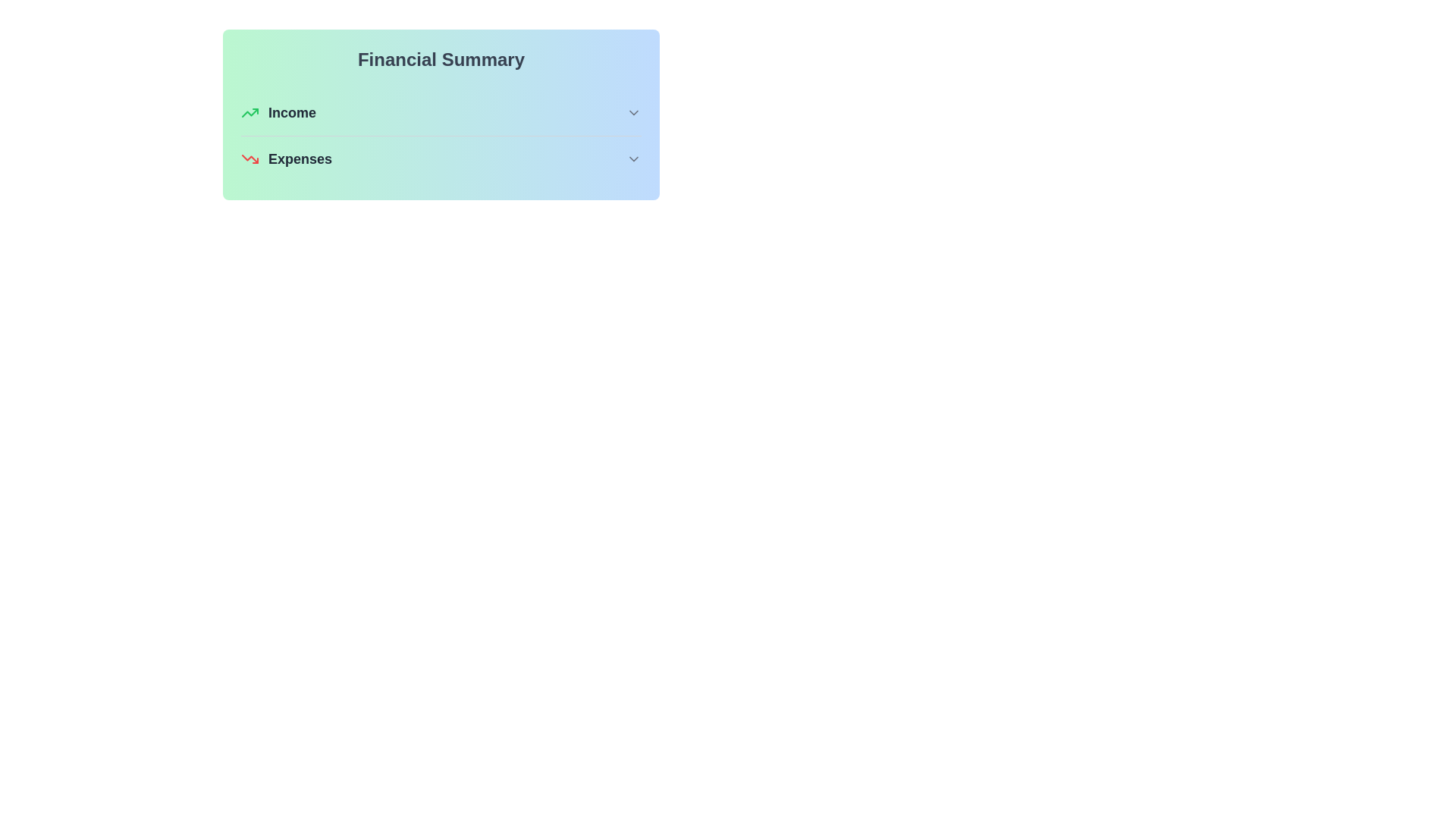  I want to click on the 'Income' text label, which is bold and gray, located above the 'Expenses' label and to the right of a green upward trend icon in the financial summary section, so click(292, 112).